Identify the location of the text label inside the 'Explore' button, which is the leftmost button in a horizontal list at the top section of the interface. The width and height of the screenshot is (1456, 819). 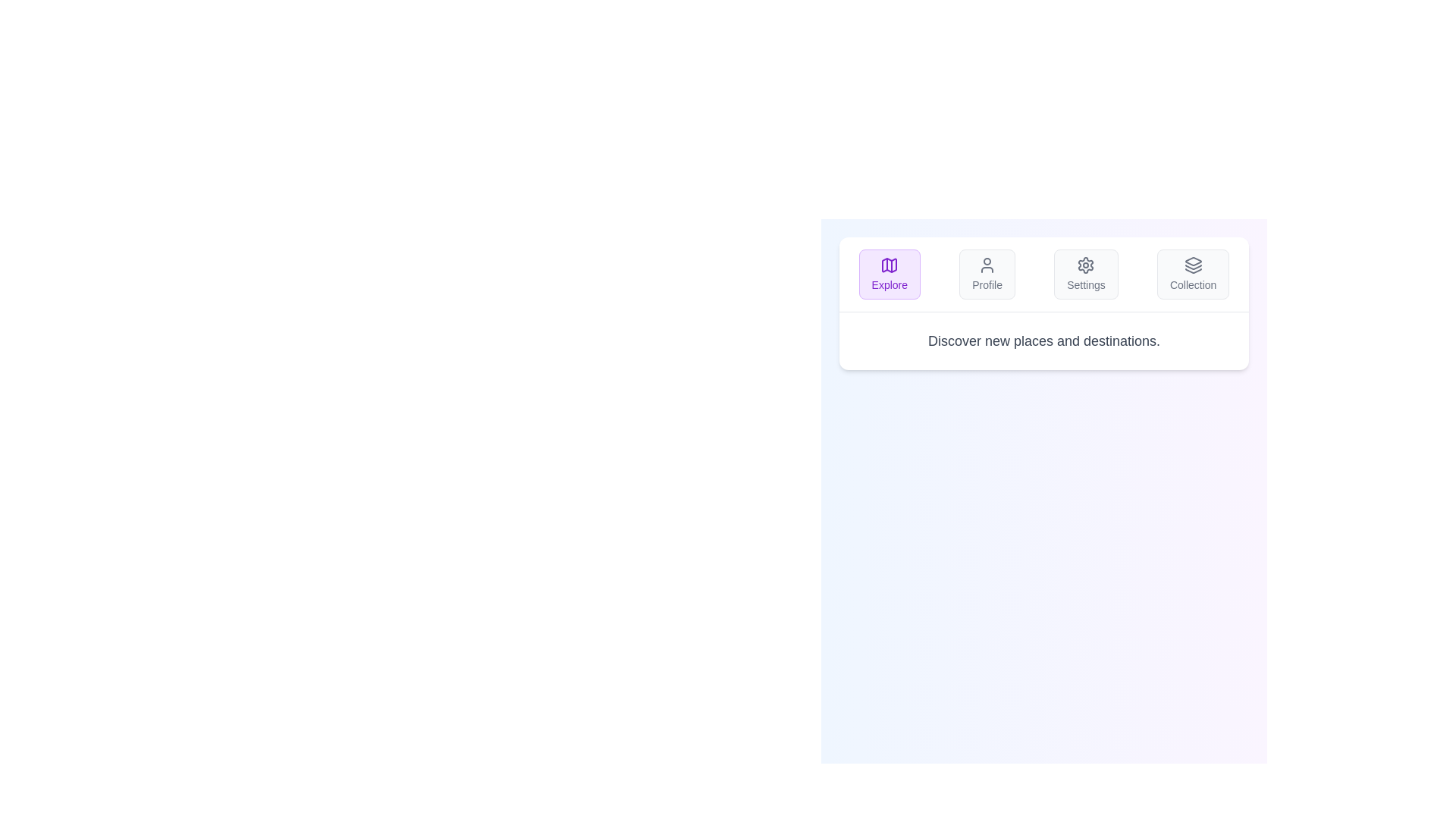
(890, 284).